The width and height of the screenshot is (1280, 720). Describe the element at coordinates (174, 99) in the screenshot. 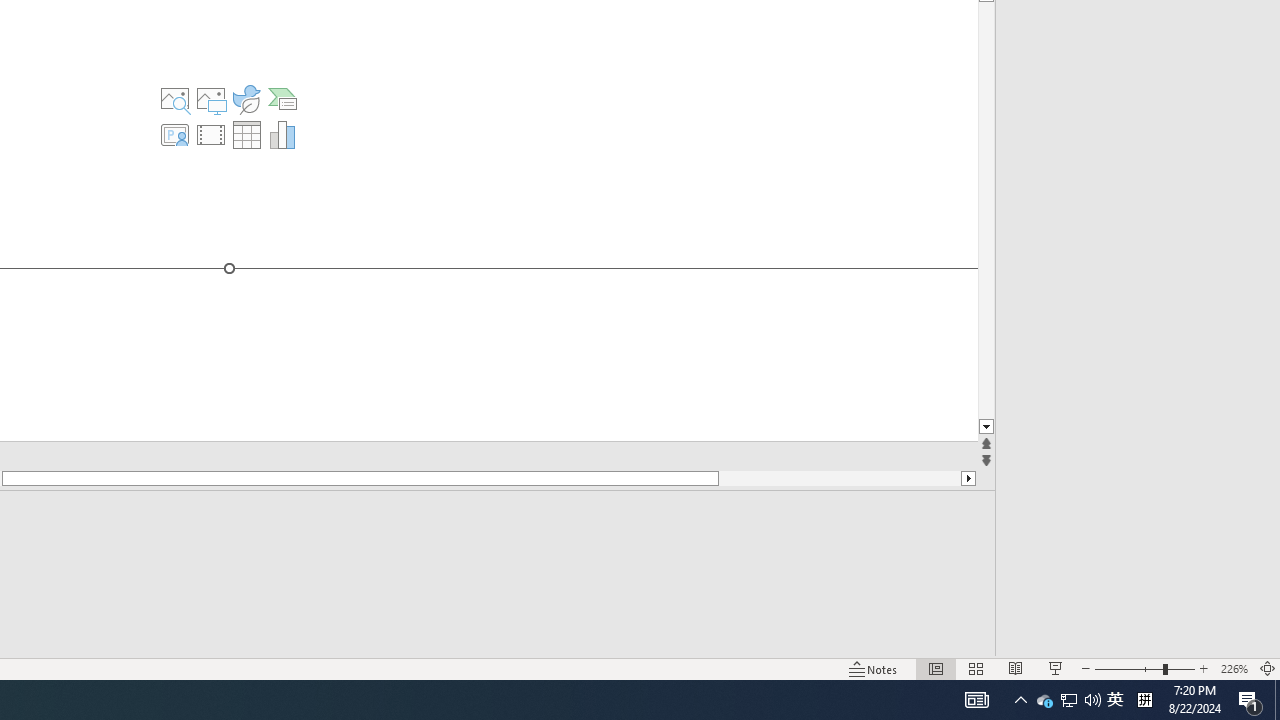

I see `'Stock Images'` at that location.